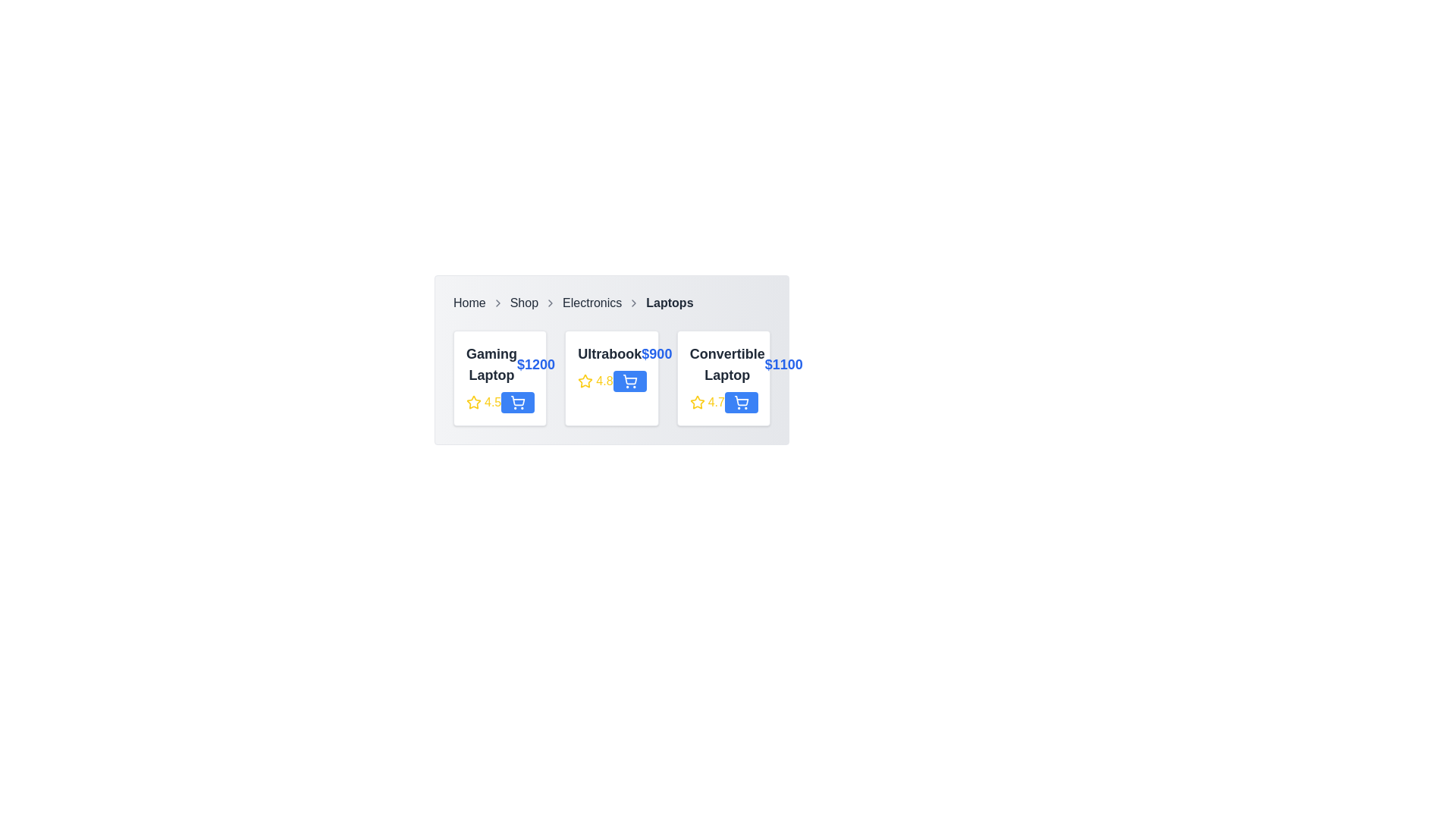 This screenshot has height=819, width=1456. I want to click on the text label displaying 'Ultrabook', which is prominently styled and located within the middle card of a series of cards, so click(610, 353).